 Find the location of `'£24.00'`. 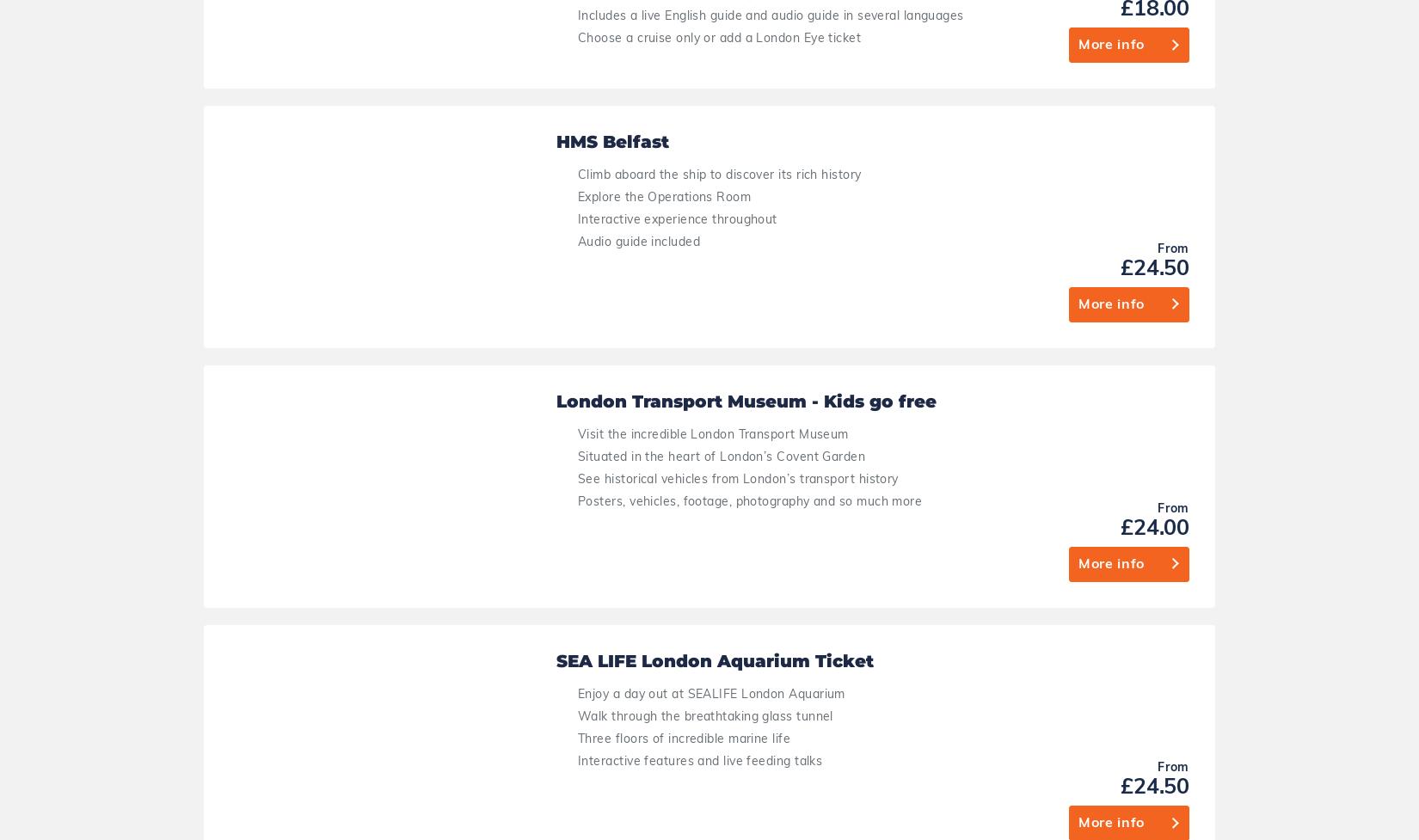

'£24.00' is located at coordinates (1314, 394).